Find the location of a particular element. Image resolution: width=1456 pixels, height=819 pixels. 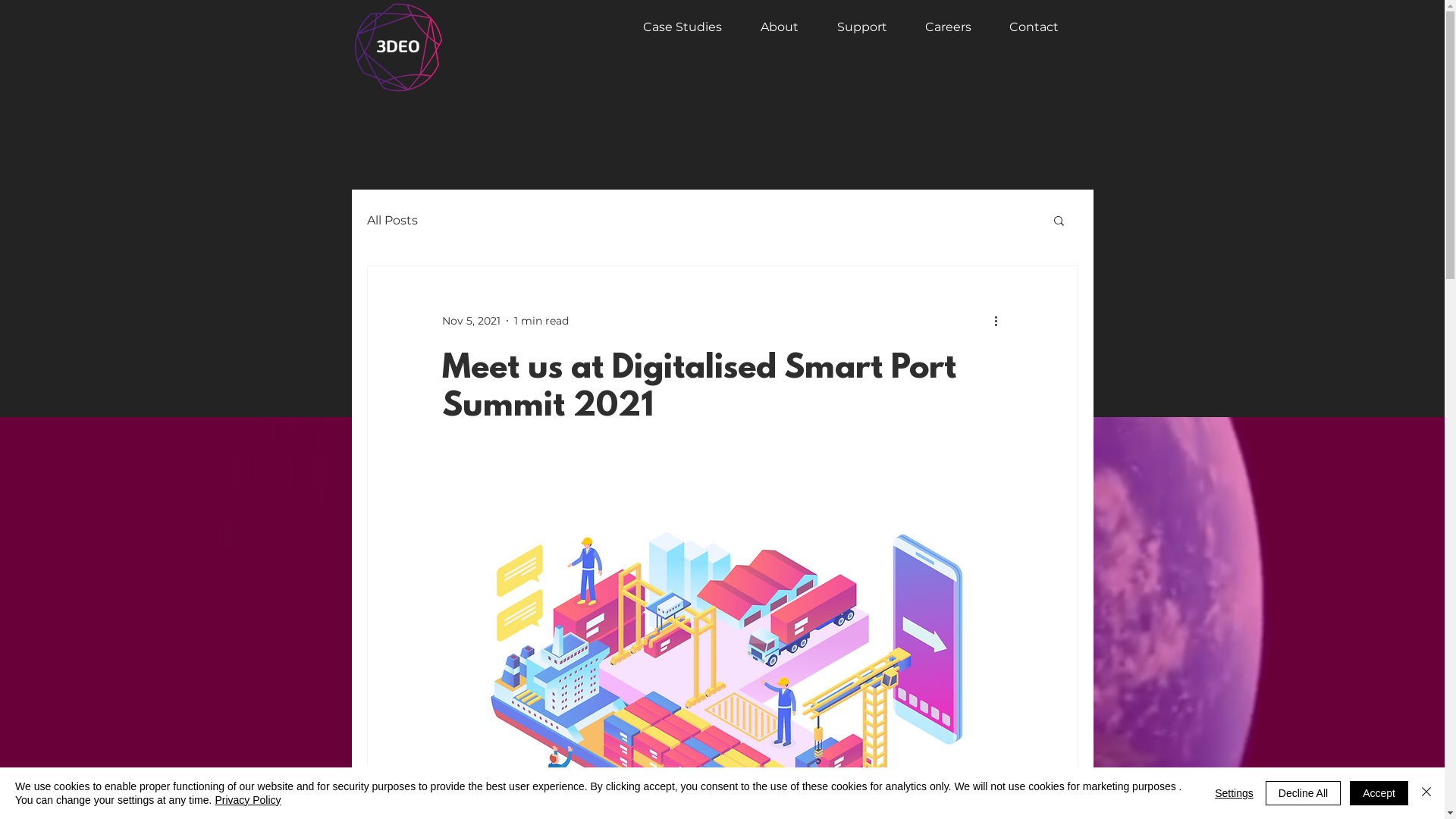

'Contact' is located at coordinates (1026, 27).